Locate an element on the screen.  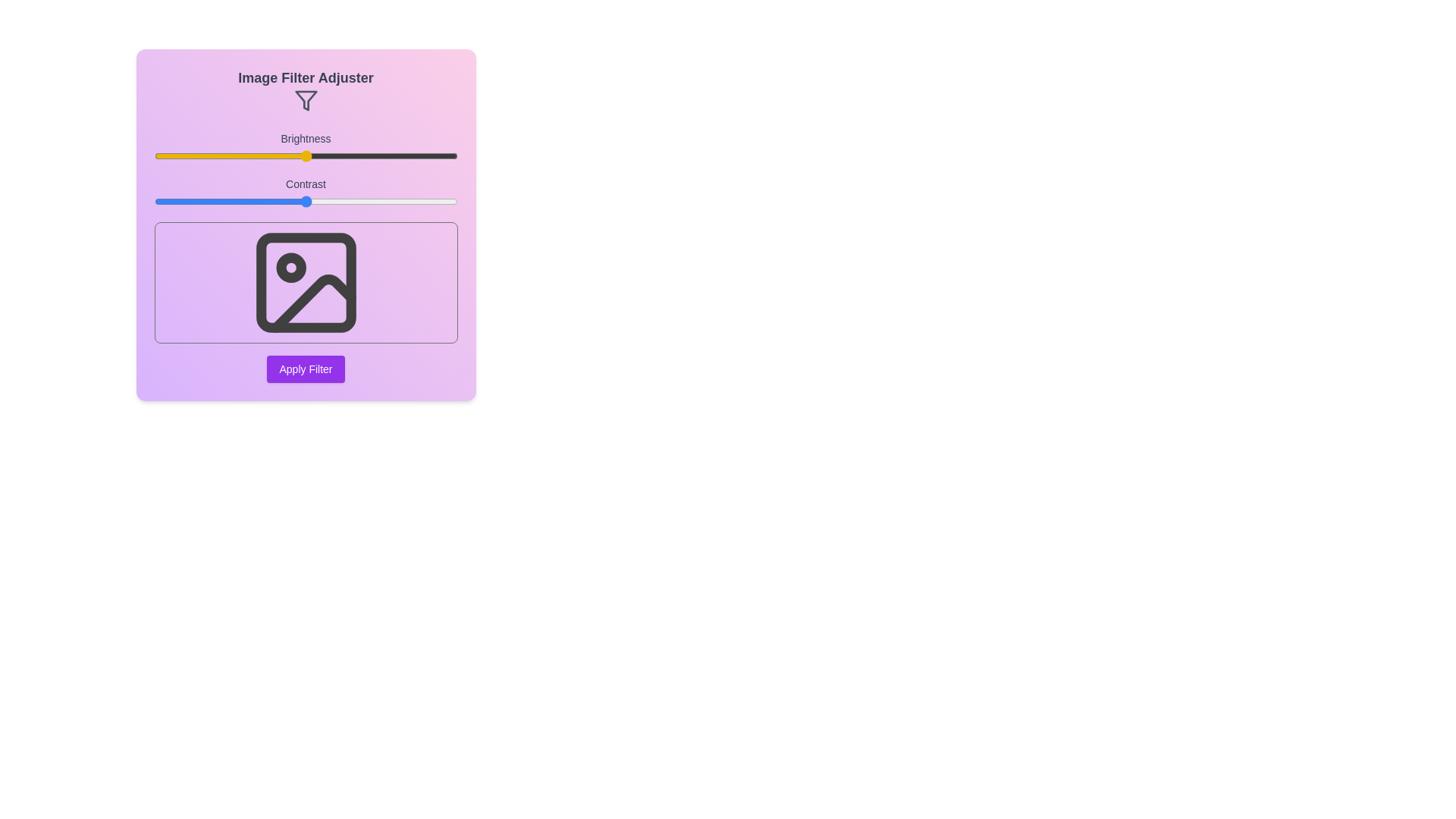
the brightness slider to 46% is located at coordinates (293, 155).